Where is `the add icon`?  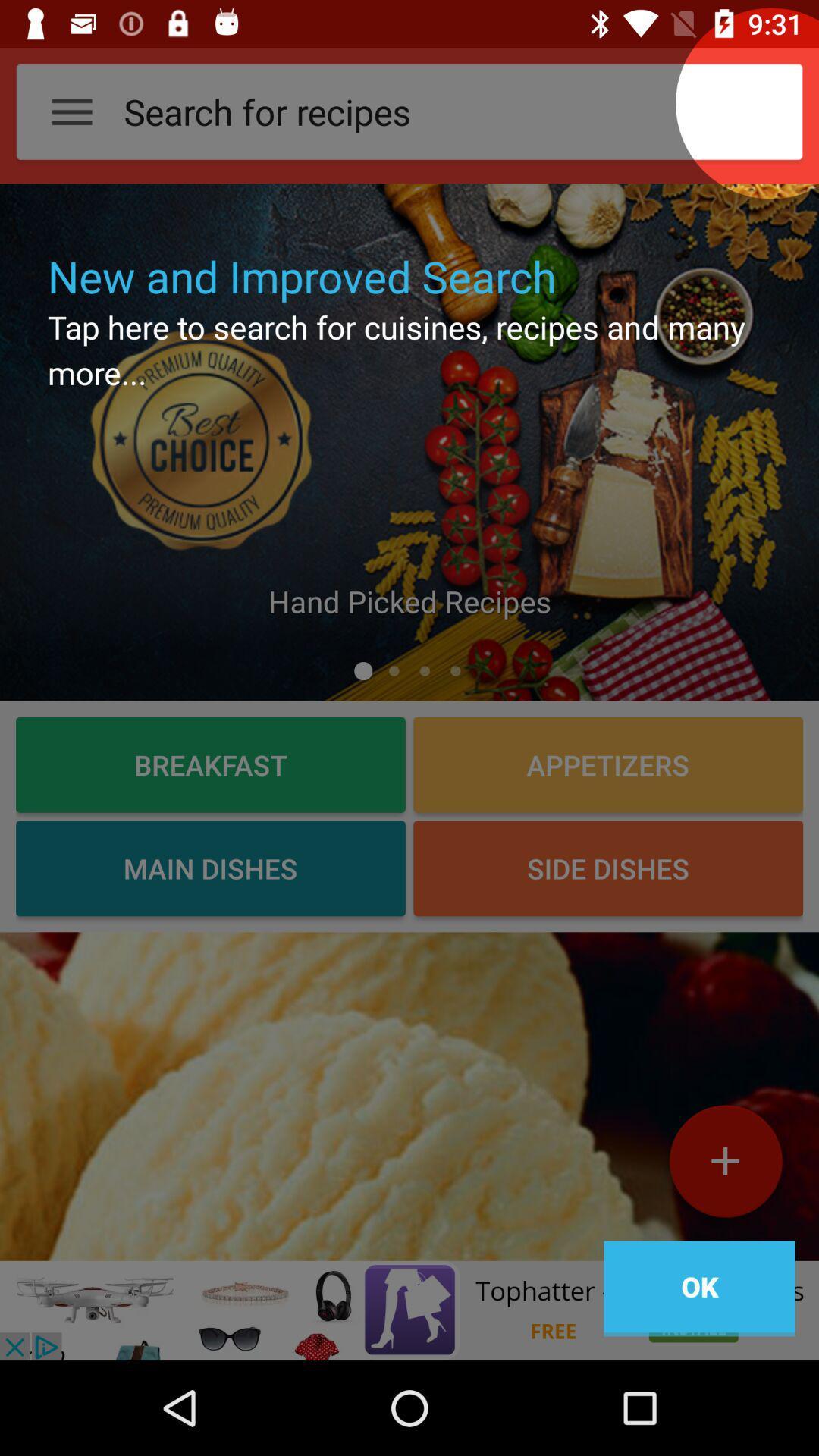
the add icon is located at coordinates (724, 1166).